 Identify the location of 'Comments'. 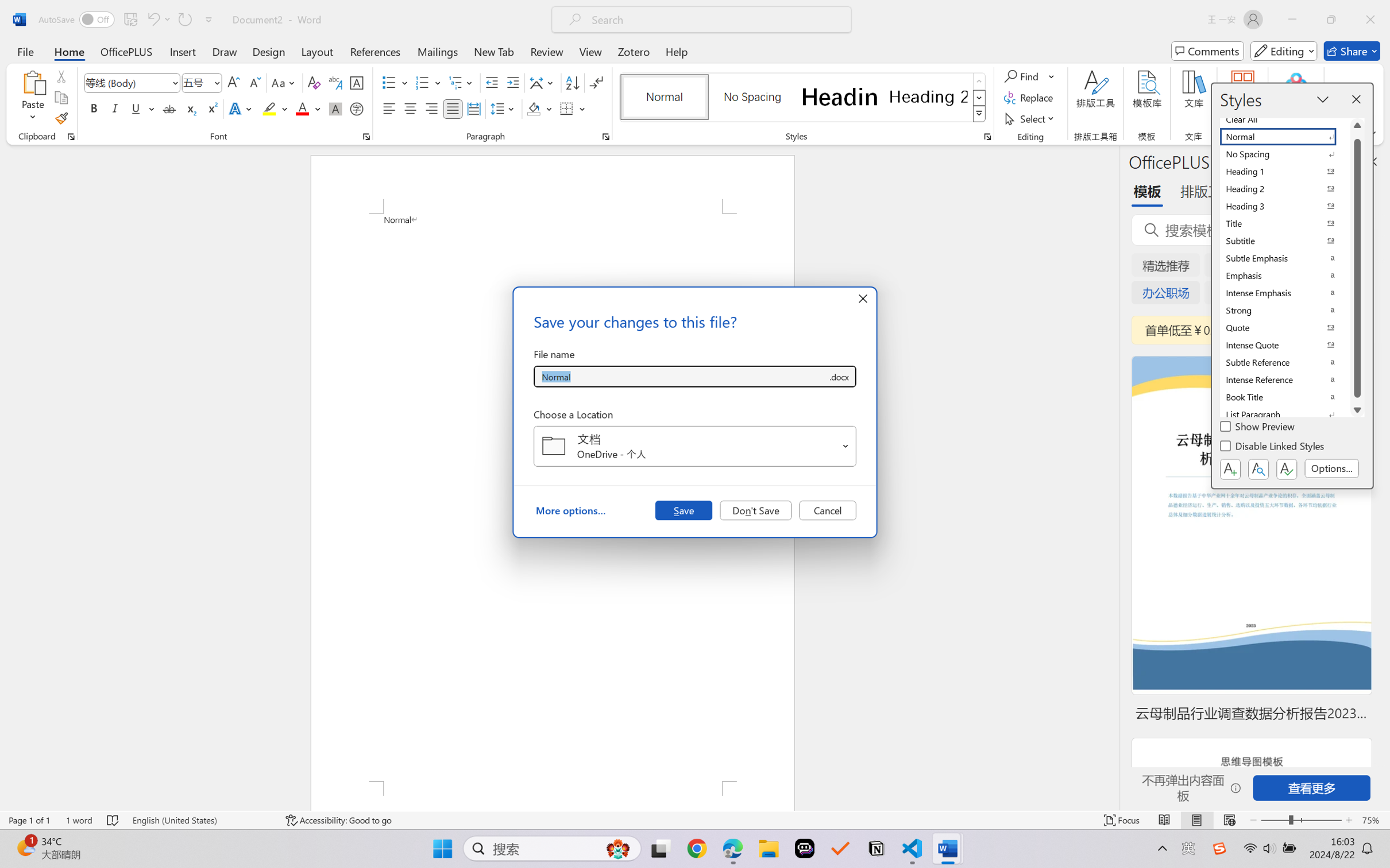
(1207, 51).